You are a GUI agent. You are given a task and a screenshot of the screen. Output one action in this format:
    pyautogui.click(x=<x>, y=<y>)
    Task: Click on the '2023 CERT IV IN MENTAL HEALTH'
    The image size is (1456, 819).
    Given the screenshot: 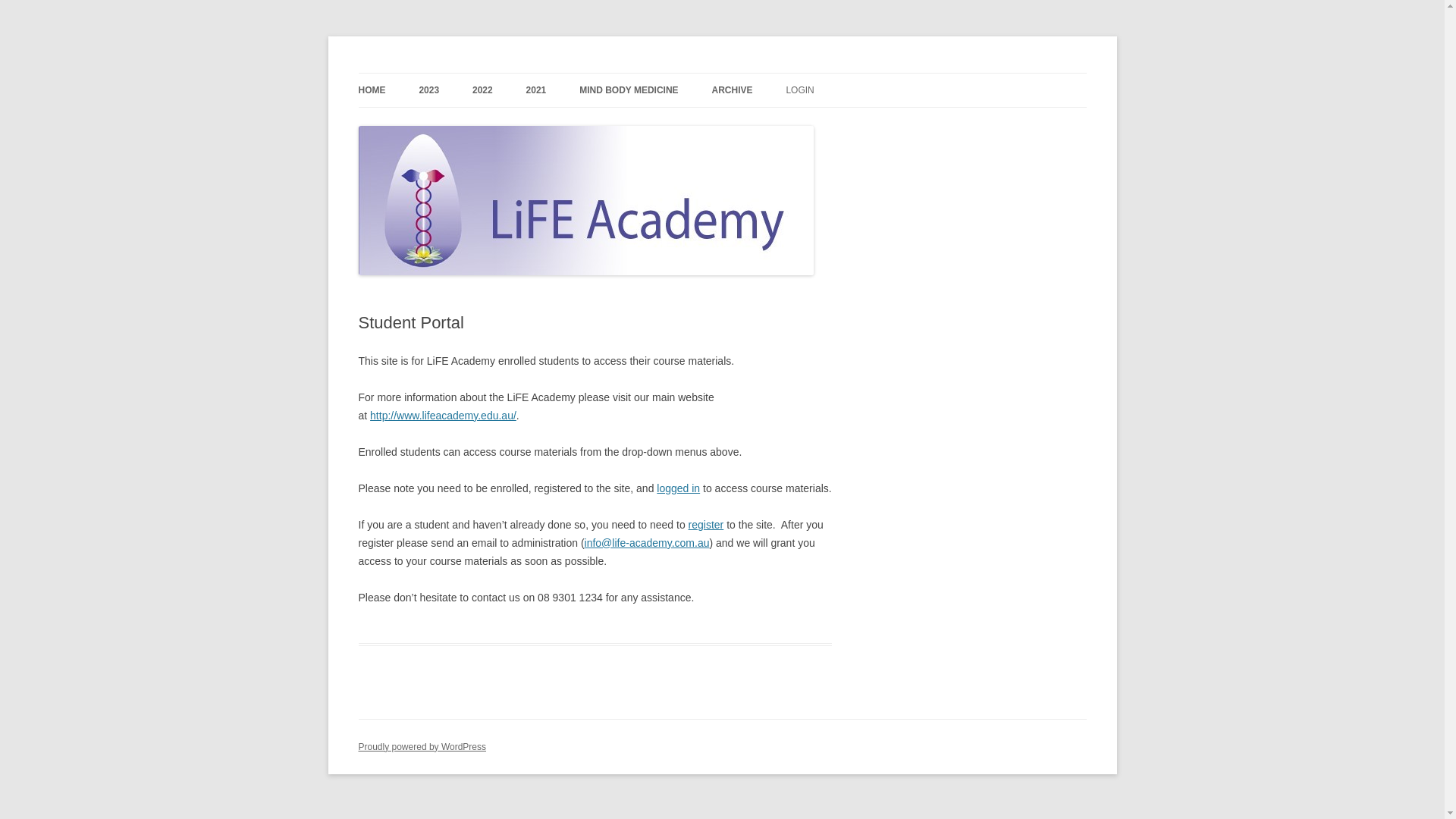 What is the action you would take?
    pyautogui.click(x=494, y=121)
    